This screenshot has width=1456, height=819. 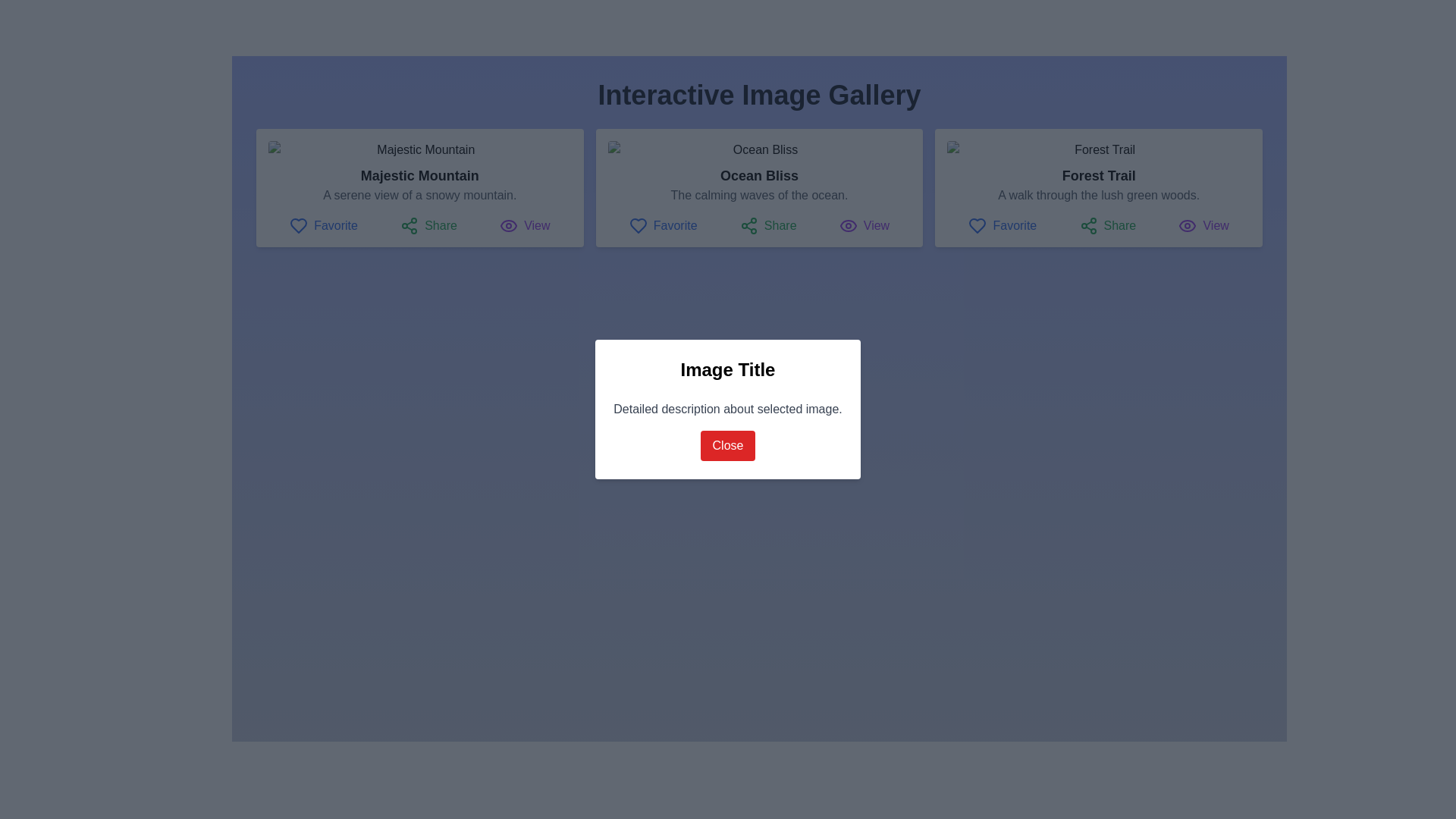 I want to click on the green share icon, which is part of the 'Share' button group in the middle card of the interactive gallery, located to the left of the 'Share' text, so click(x=748, y=225).